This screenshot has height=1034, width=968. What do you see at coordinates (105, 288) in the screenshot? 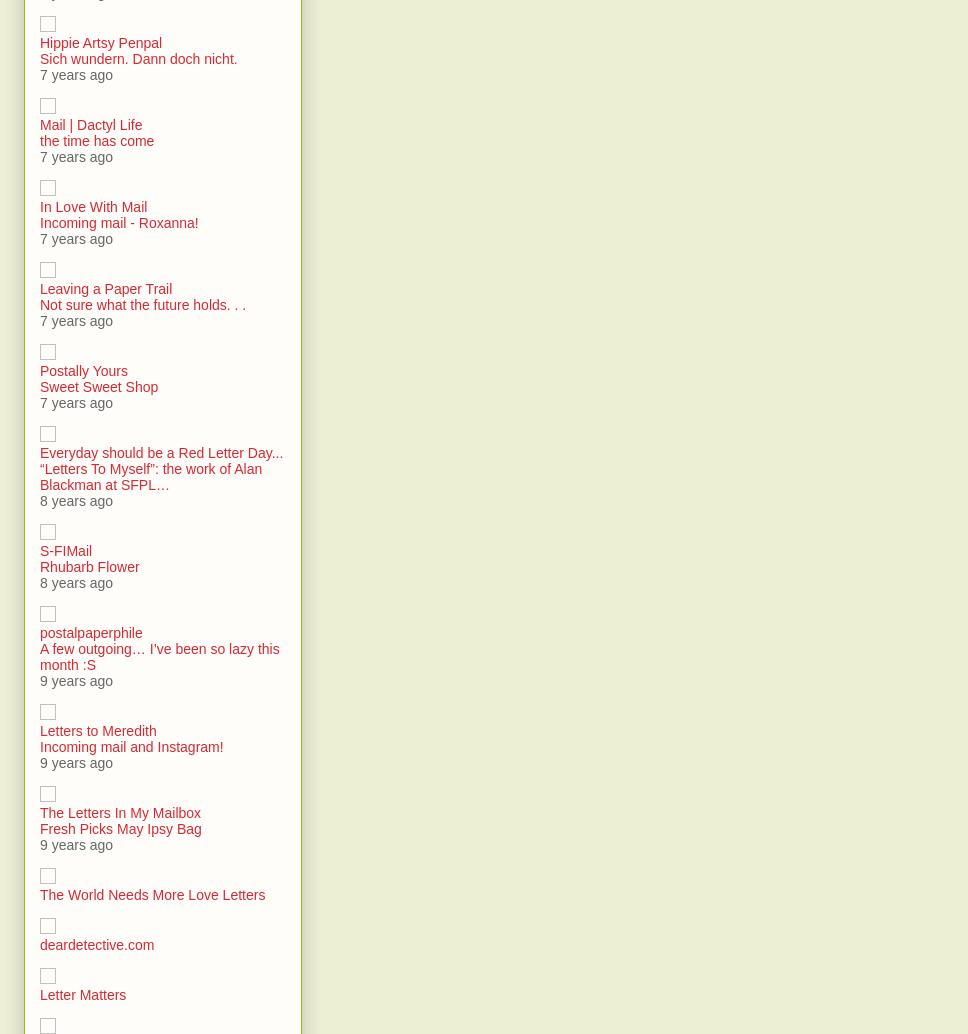
I see `'Leaving a Paper Trail'` at bounding box center [105, 288].